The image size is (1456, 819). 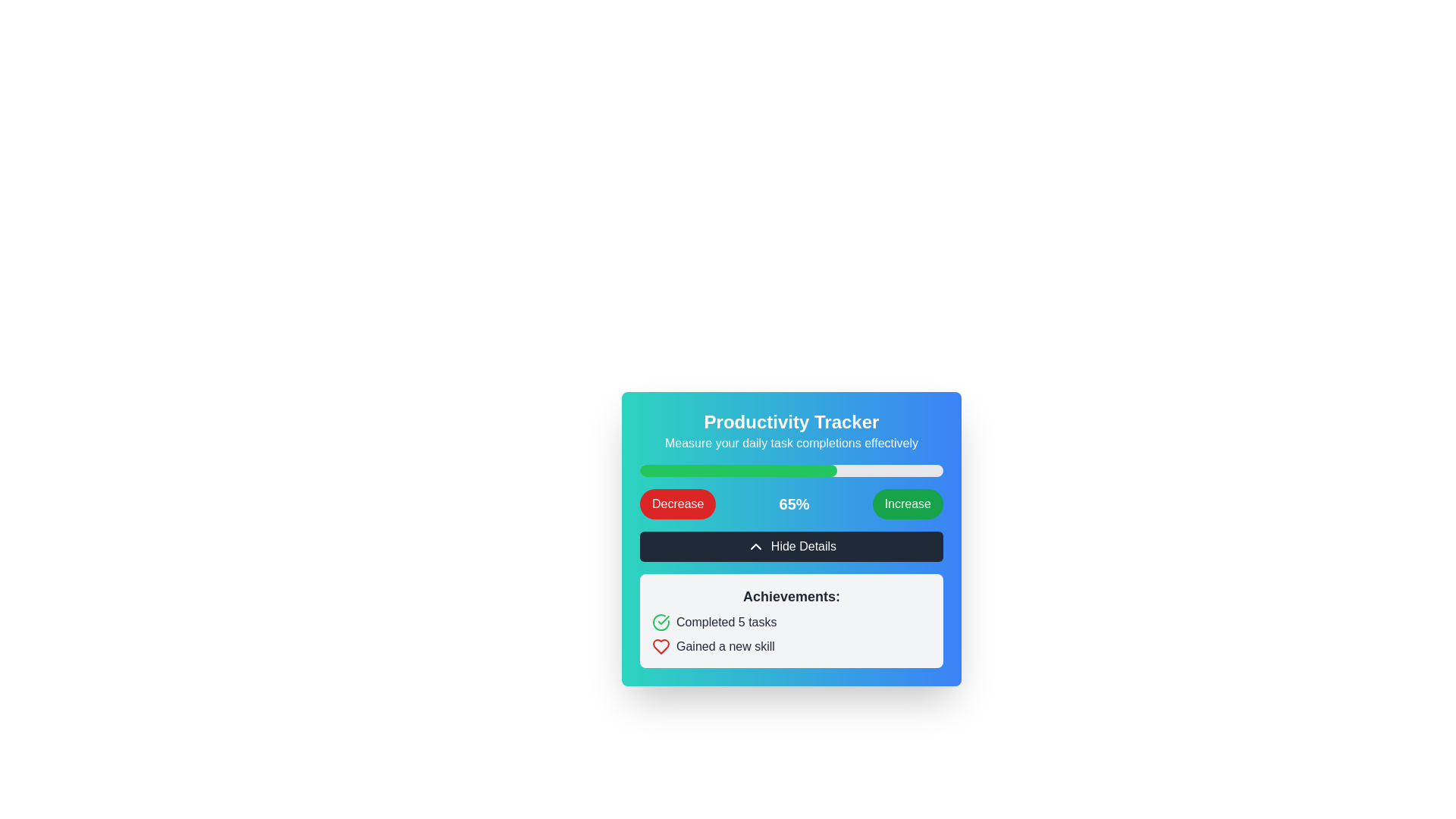 What do you see at coordinates (661, 646) in the screenshot?
I see `heart-shaped icon outlined in red with a white fill, located to the left of the text 'Gained a new skill' in the 'Achievements' section below the header 'Productivity Tracker'` at bounding box center [661, 646].